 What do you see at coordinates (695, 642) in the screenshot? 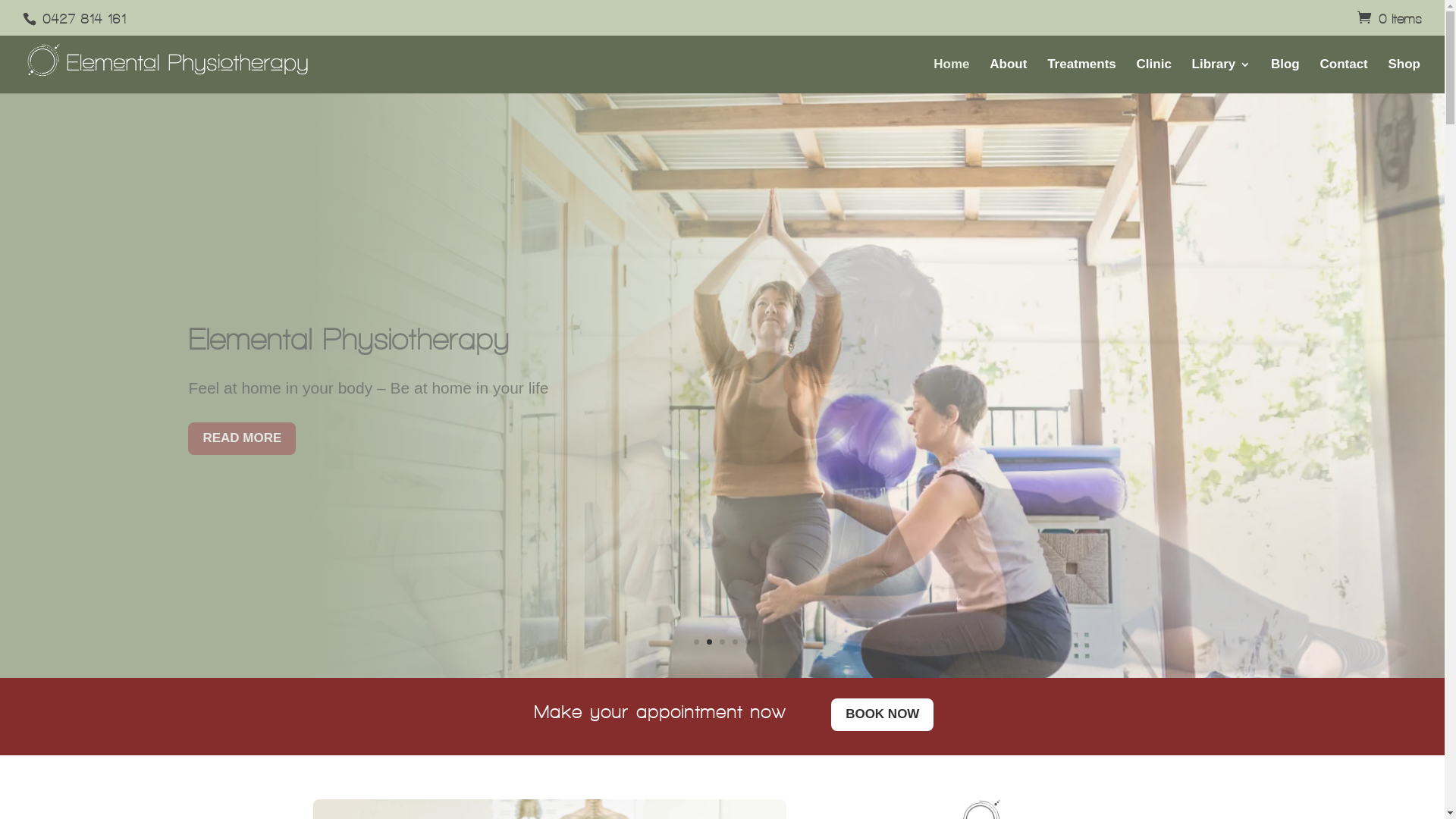
I see `'1'` at bounding box center [695, 642].